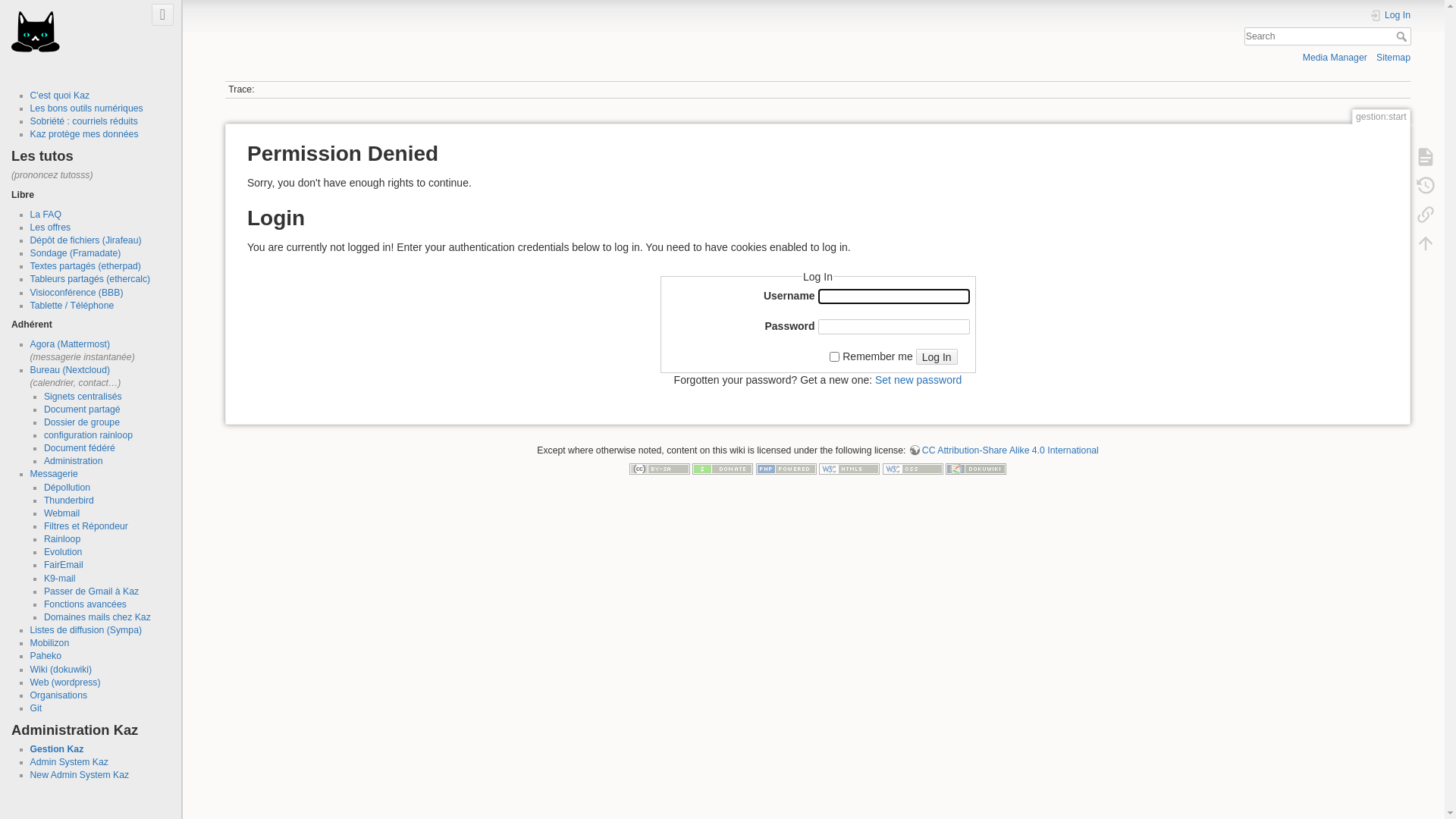 This screenshot has width=1456, height=819. What do you see at coordinates (786, 467) in the screenshot?
I see `'Powered by PHP'` at bounding box center [786, 467].